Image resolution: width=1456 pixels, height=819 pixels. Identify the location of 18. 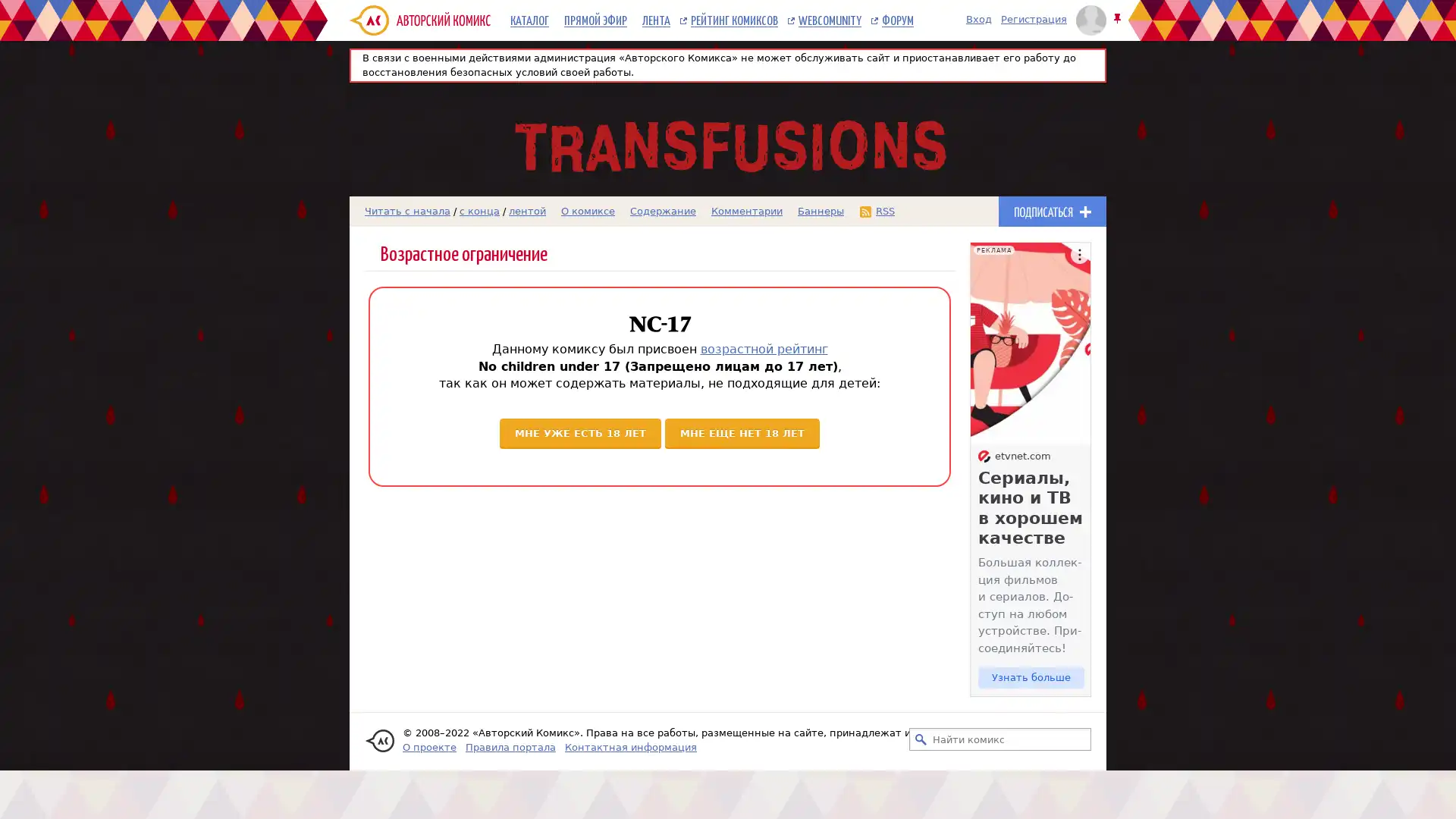
(579, 432).